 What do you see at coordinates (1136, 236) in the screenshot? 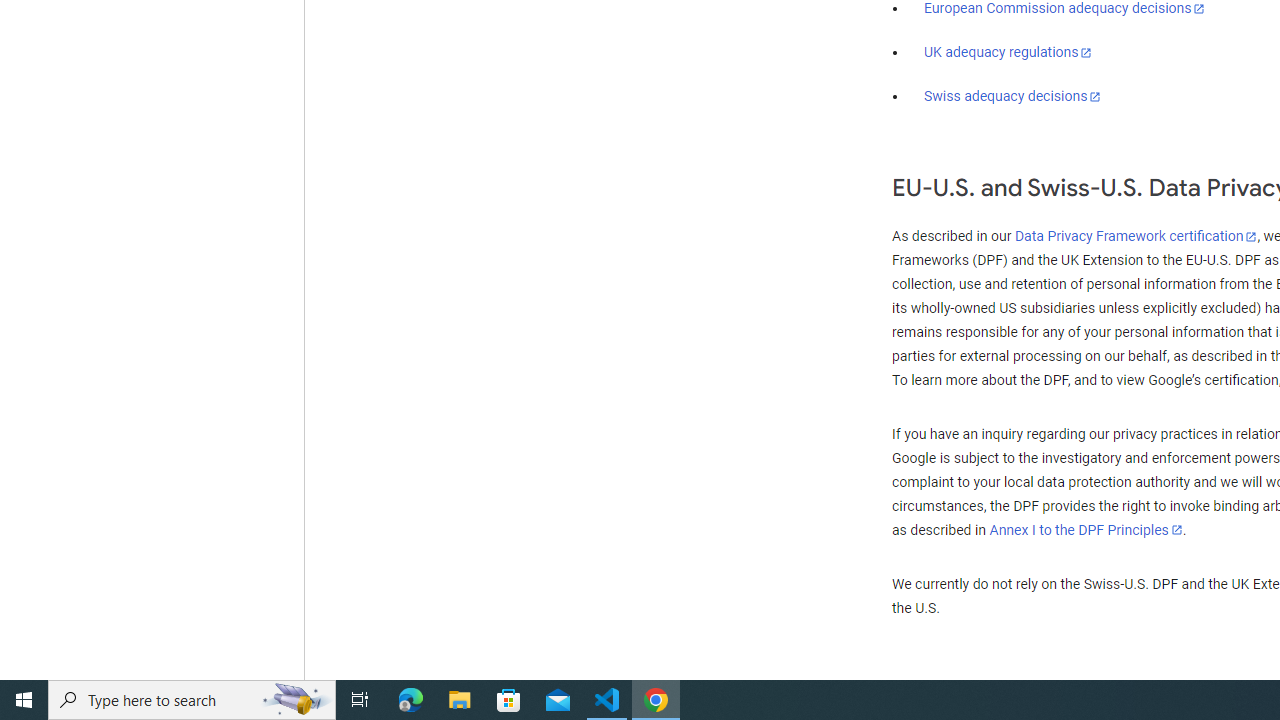
I see `'Data Privacy Framework certification'` at bounding box center [1136, 236].